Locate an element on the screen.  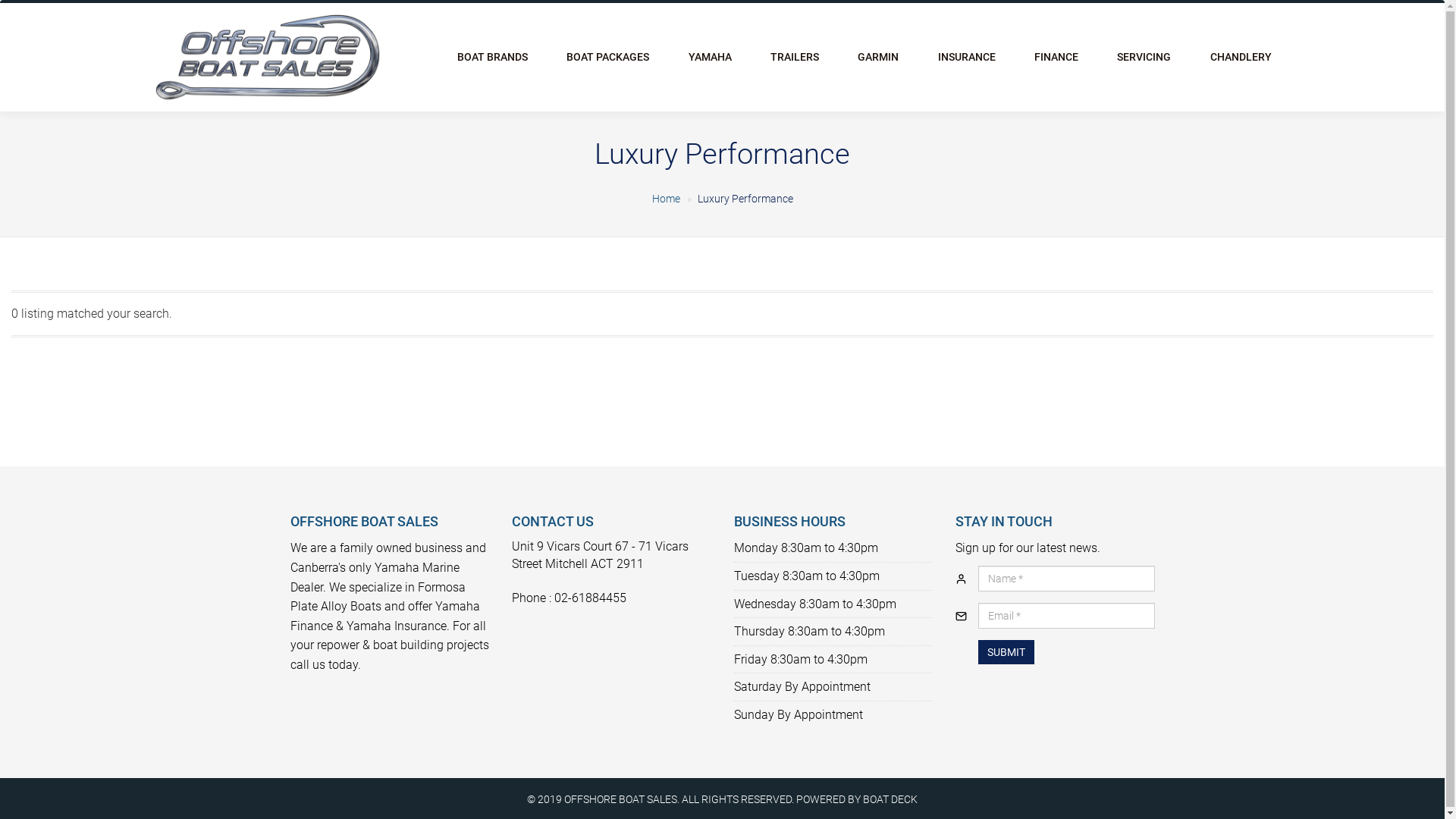
'SERVICING' is located at coordinates (1144, 56).